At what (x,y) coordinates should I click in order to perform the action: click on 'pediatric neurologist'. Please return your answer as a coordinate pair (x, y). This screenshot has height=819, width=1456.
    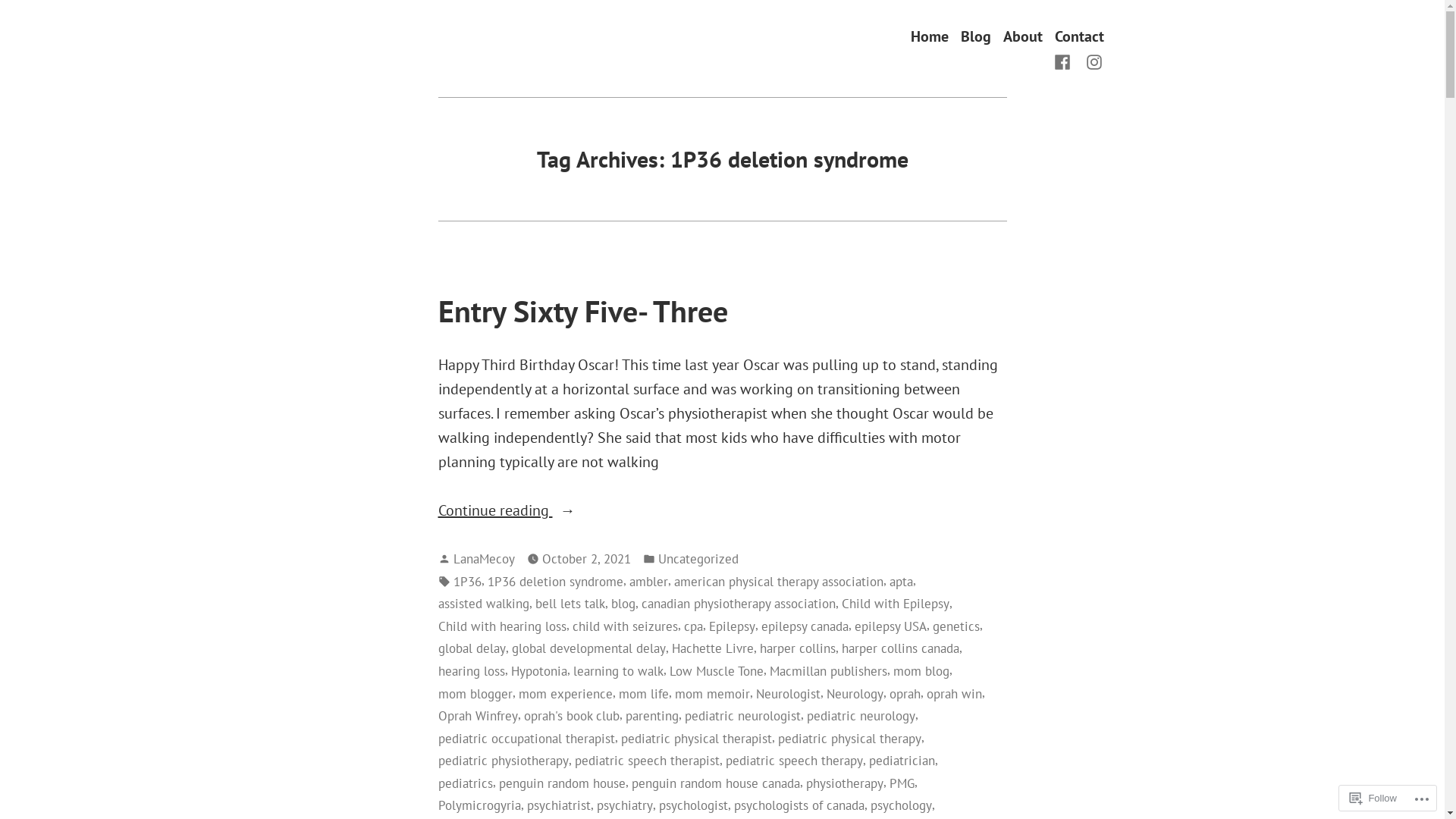
    Looking at the image, I should click on (742, 716).